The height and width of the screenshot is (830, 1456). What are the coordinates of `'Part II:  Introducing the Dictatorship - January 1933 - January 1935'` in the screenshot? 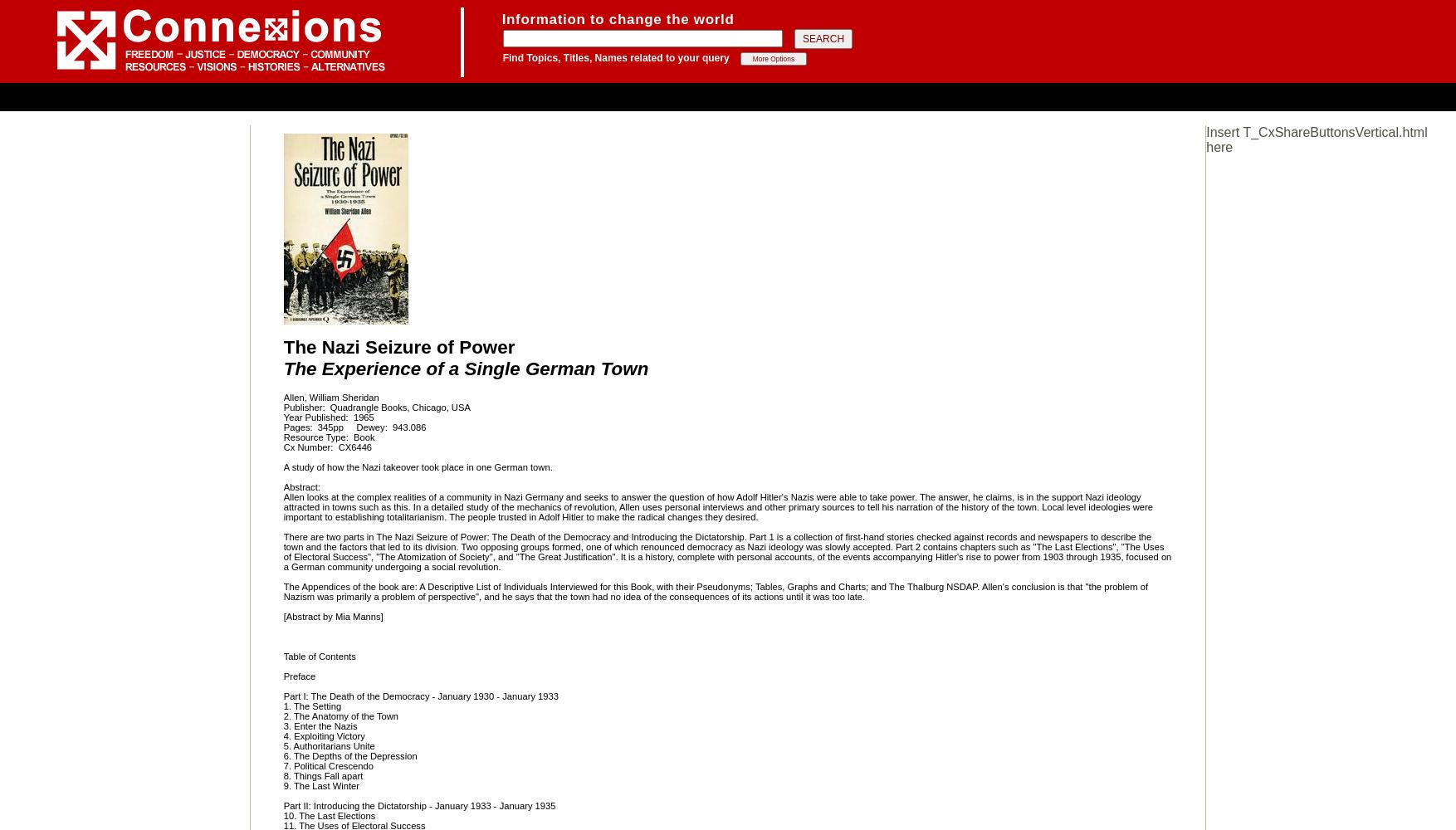 It's located at (281, 805).